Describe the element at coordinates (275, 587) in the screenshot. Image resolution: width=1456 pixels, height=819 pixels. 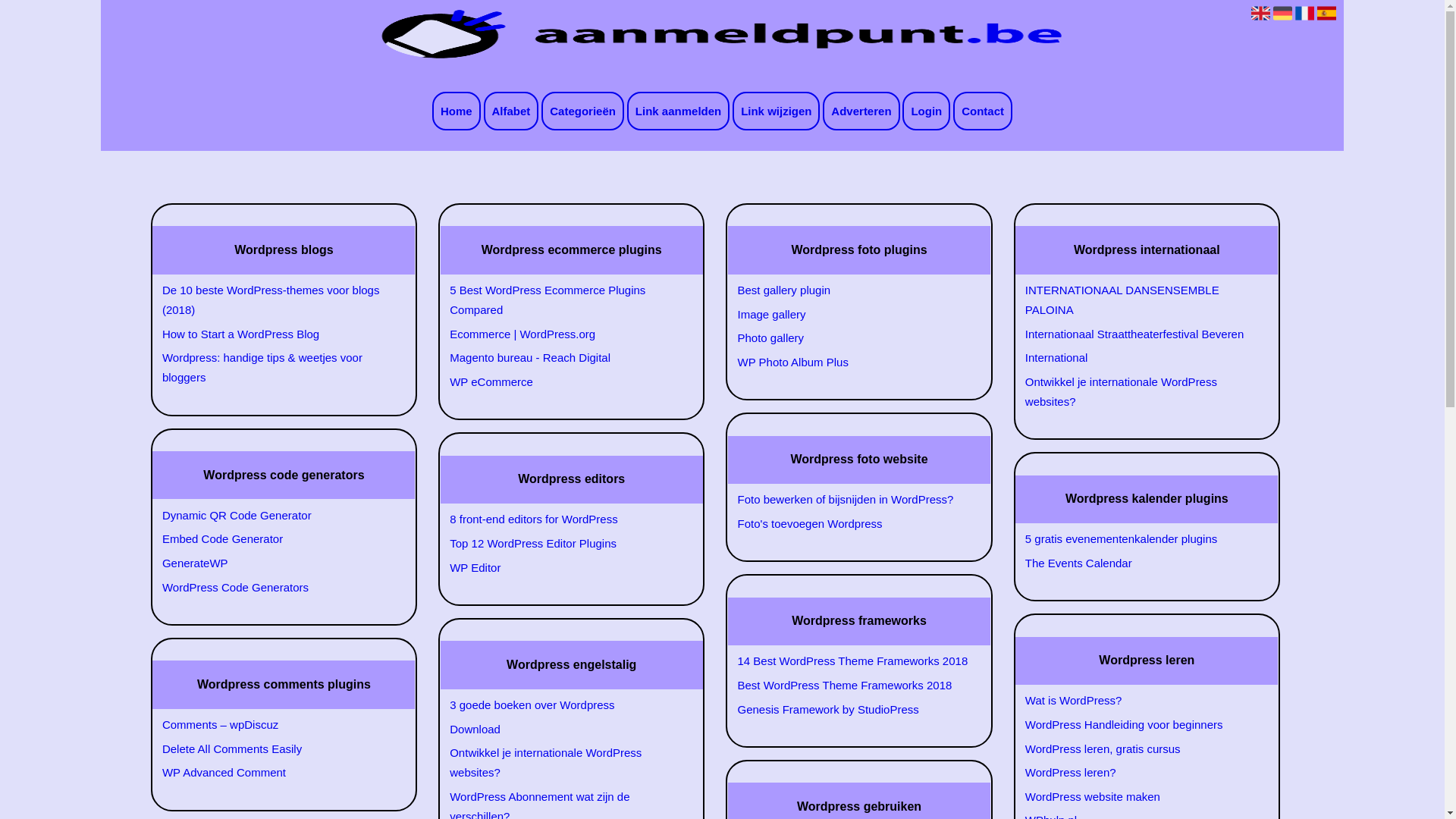
I see `'WordPress Code Generators'` at that location.